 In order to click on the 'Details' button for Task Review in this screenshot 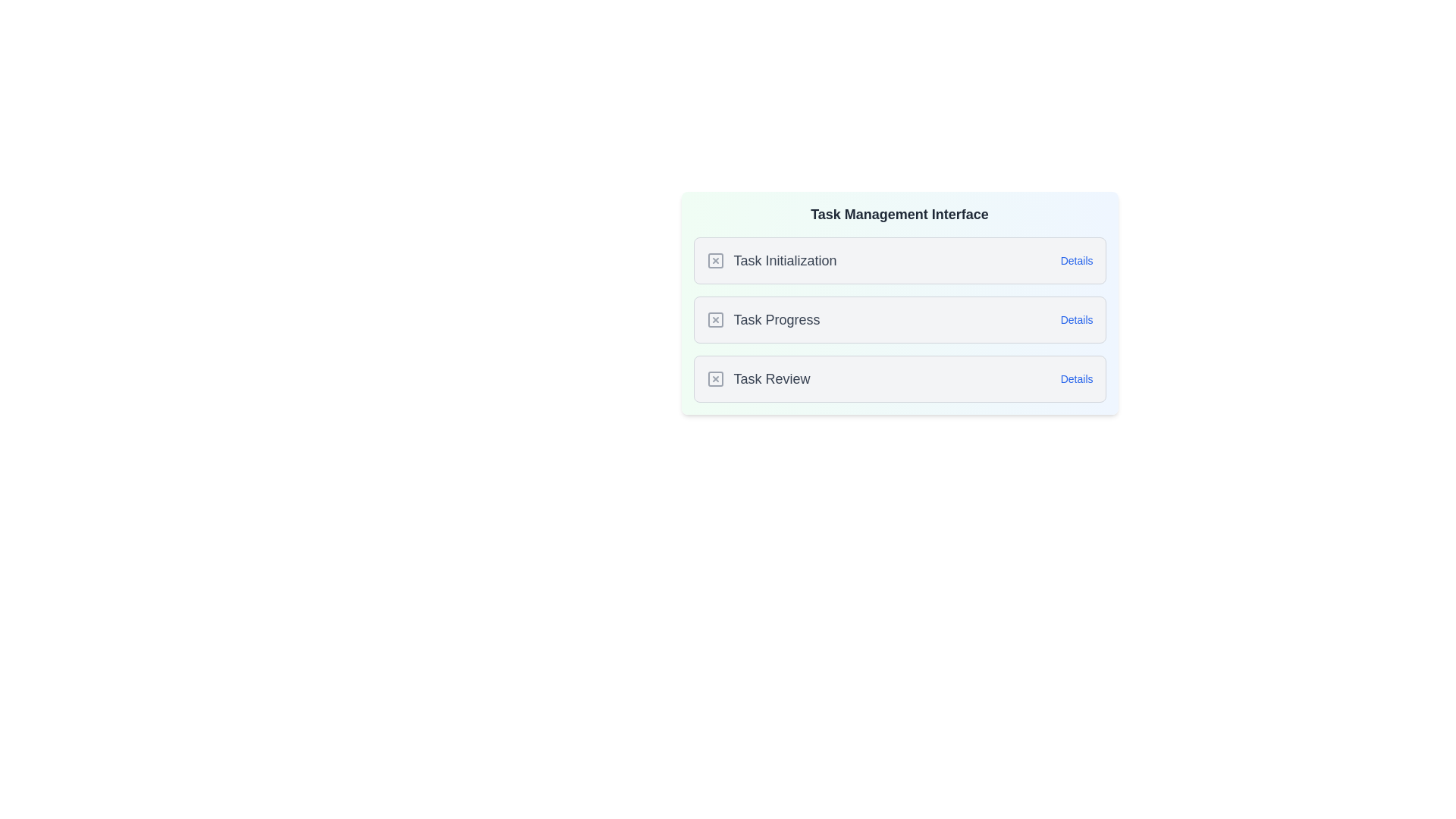, I will do `click(1076, 378)`.